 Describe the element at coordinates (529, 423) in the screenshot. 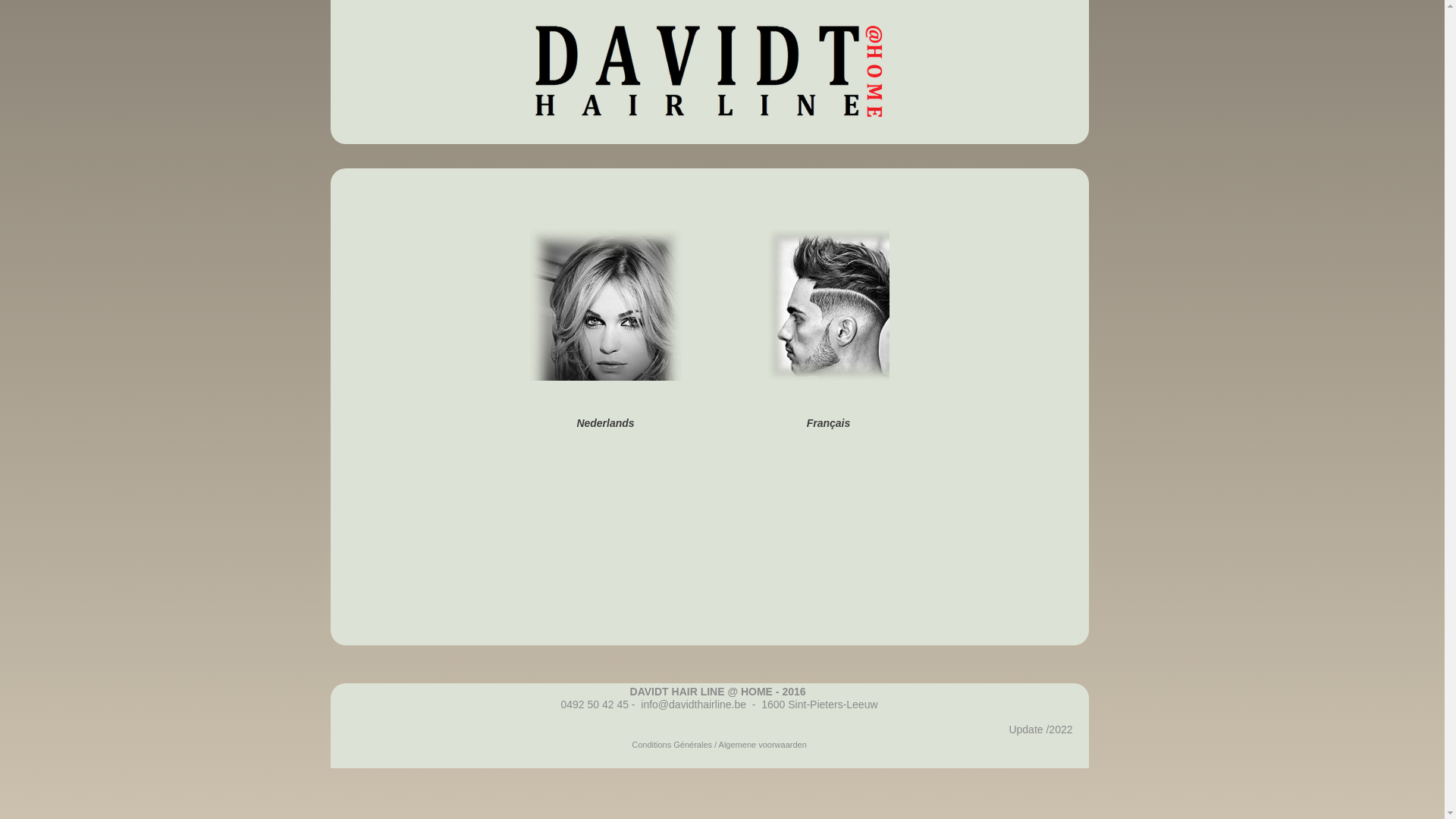

I see `'Nederlands'` at that location.